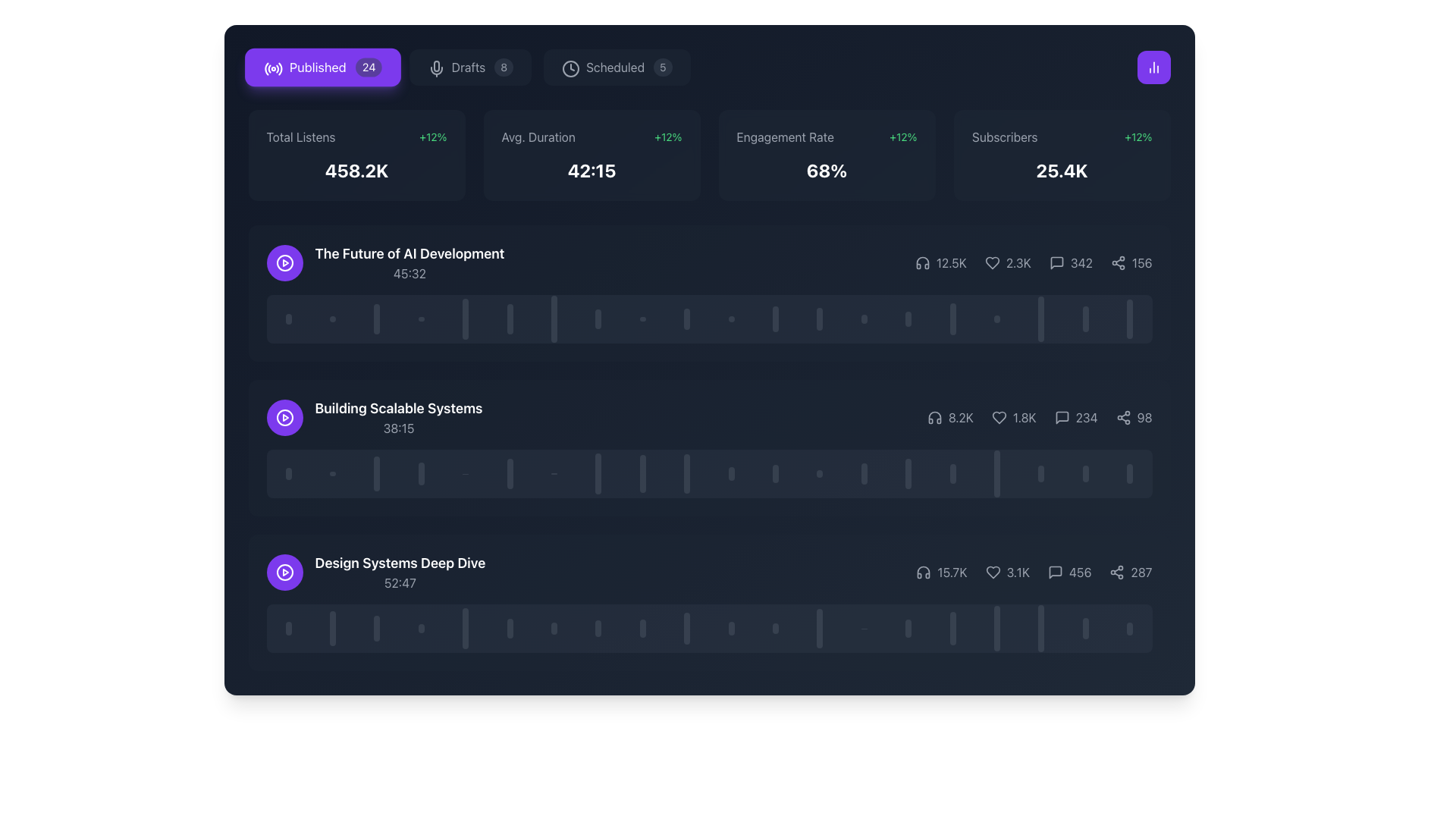 The height and width of the screenshot is (819, 1456). I want to click on the last vertical bar in the timeline widget located at the bottom of the interface's middle section, so click(1040, 629).